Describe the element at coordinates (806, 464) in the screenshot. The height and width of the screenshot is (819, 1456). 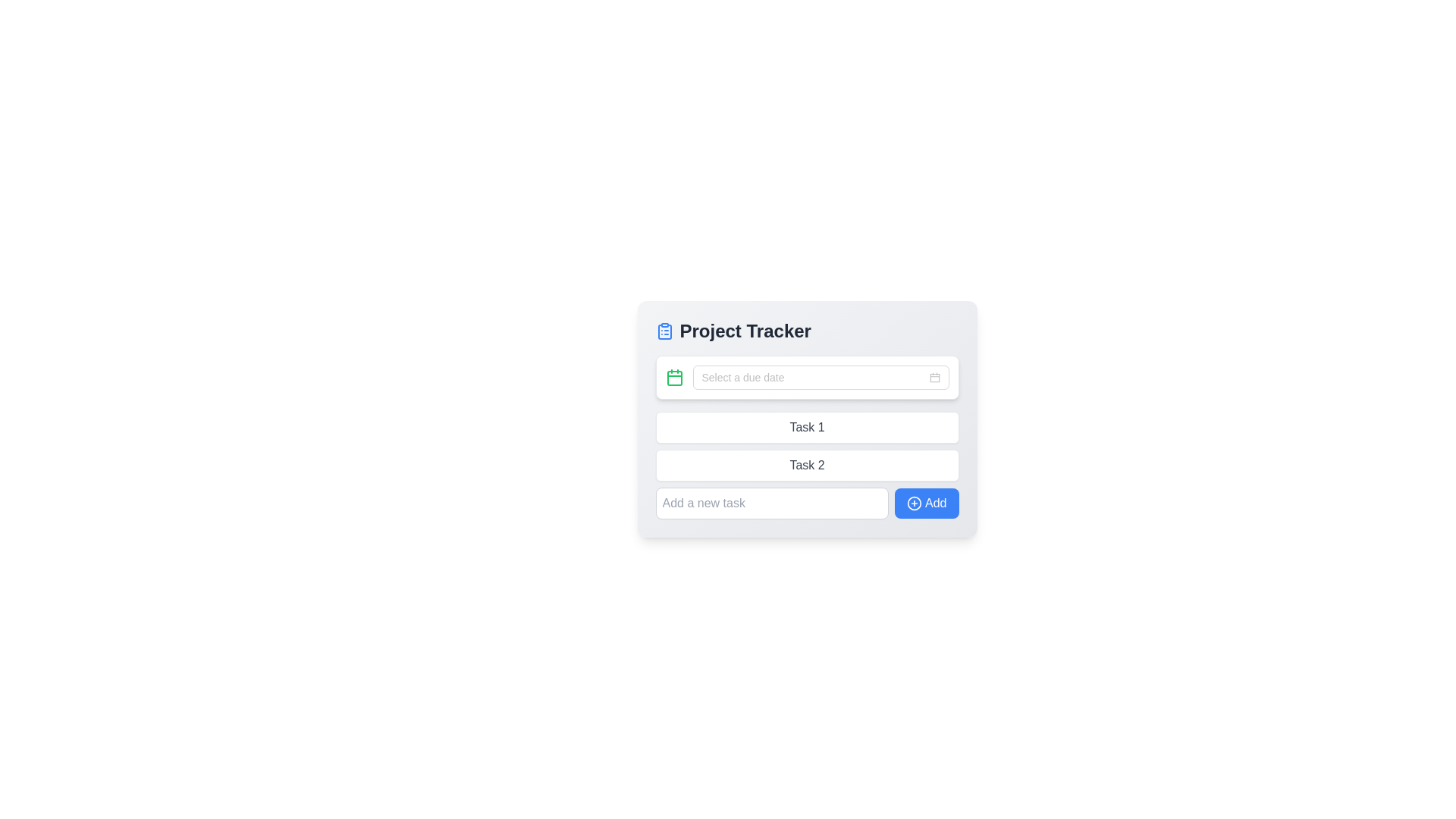
I see `the task list area in the Project Tracker interface for highlighting the tasks, which includes 'Task 1', 'Task 2', and the input field with the 'Add' button` at that location.